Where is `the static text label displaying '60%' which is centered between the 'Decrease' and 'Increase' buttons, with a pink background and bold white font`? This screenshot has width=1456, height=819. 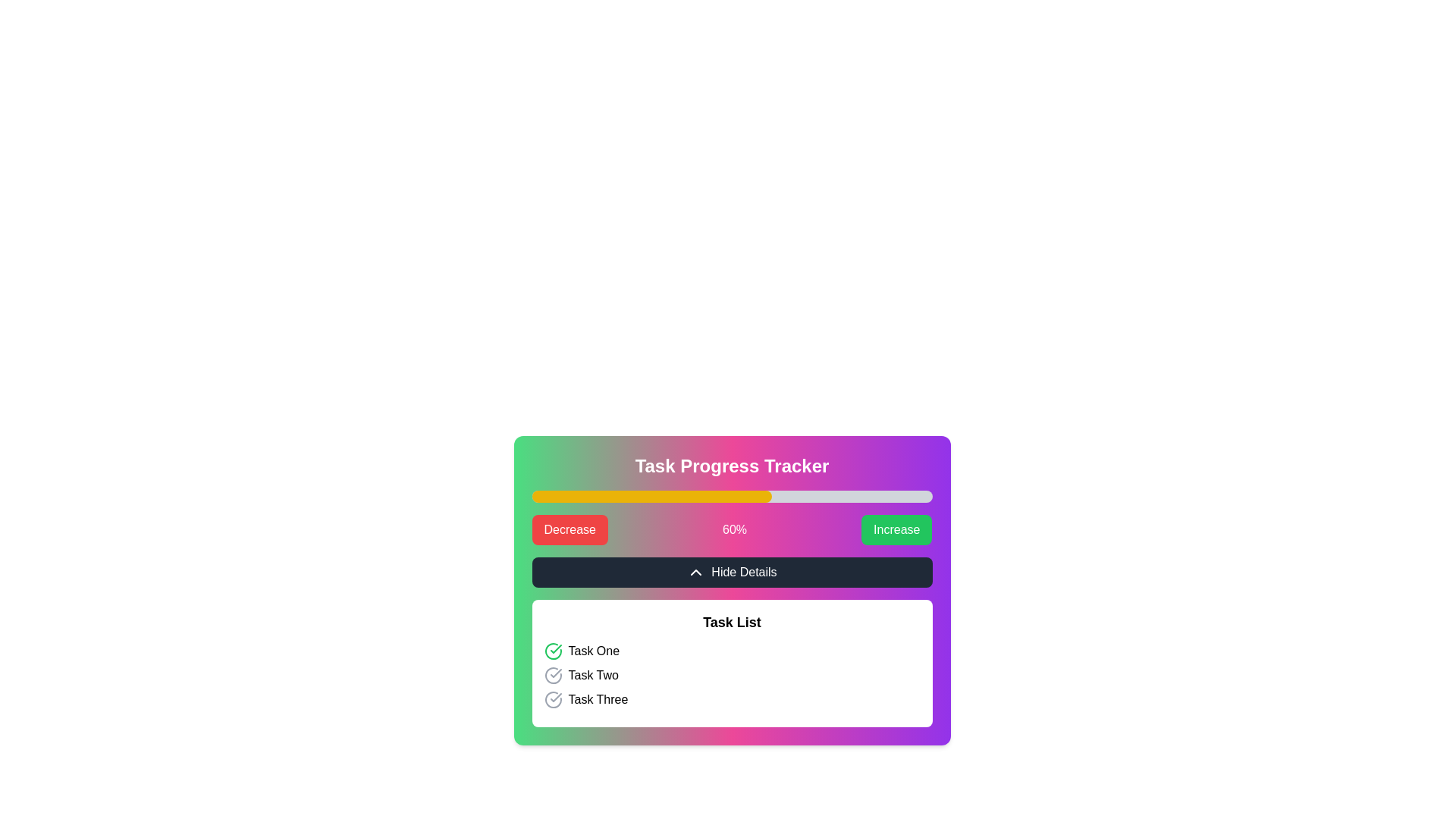 the static text label displaying '60%' which is centered between the 'Decrease' and 'Increase' buttons, with a pink background and bold white font is located at coordinates (735, 529).